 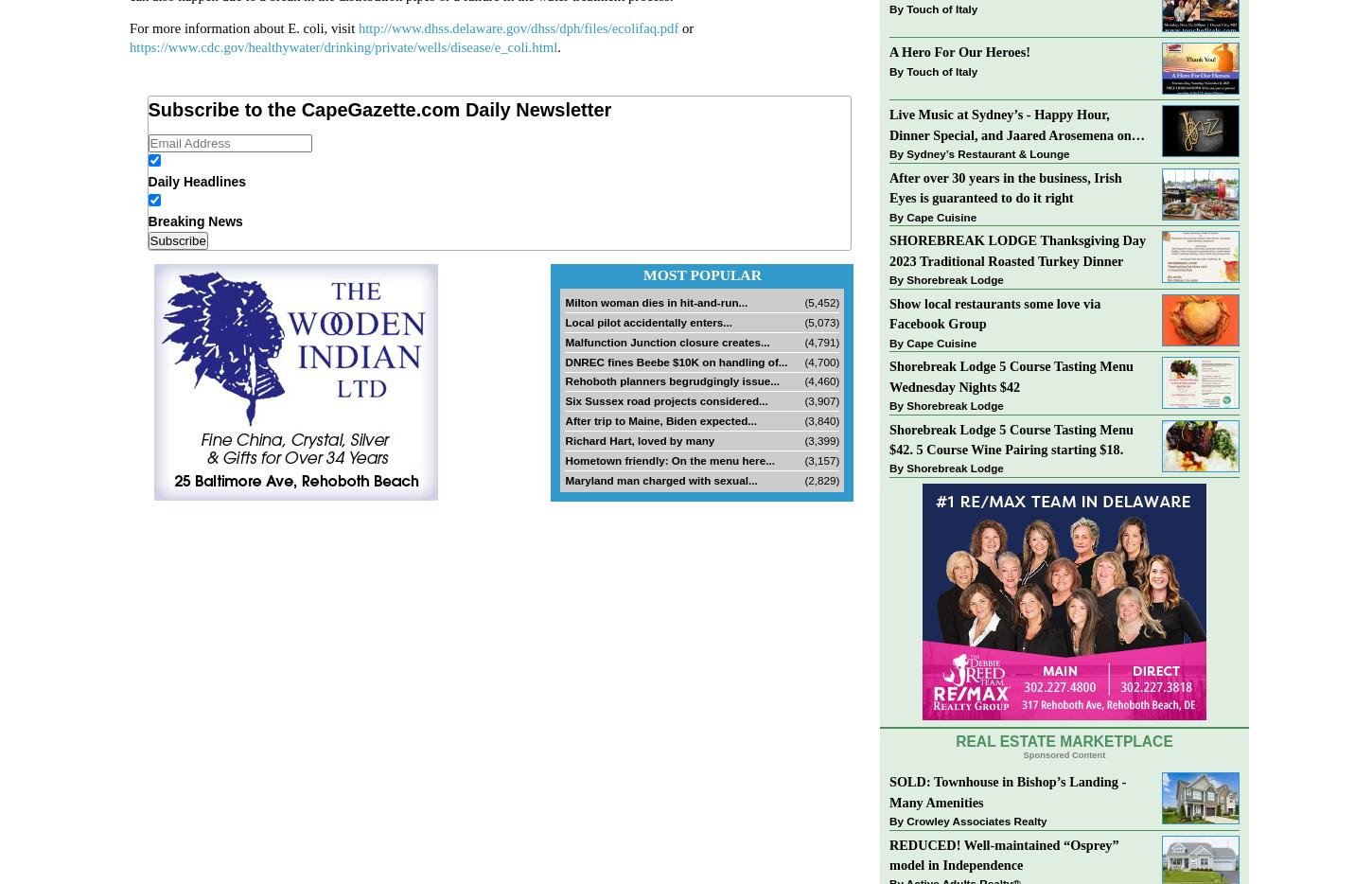 What do you see at coordinates (820, 420) in the screenshot?
I see `'(3,840)'` at bounding box center [820, 420].